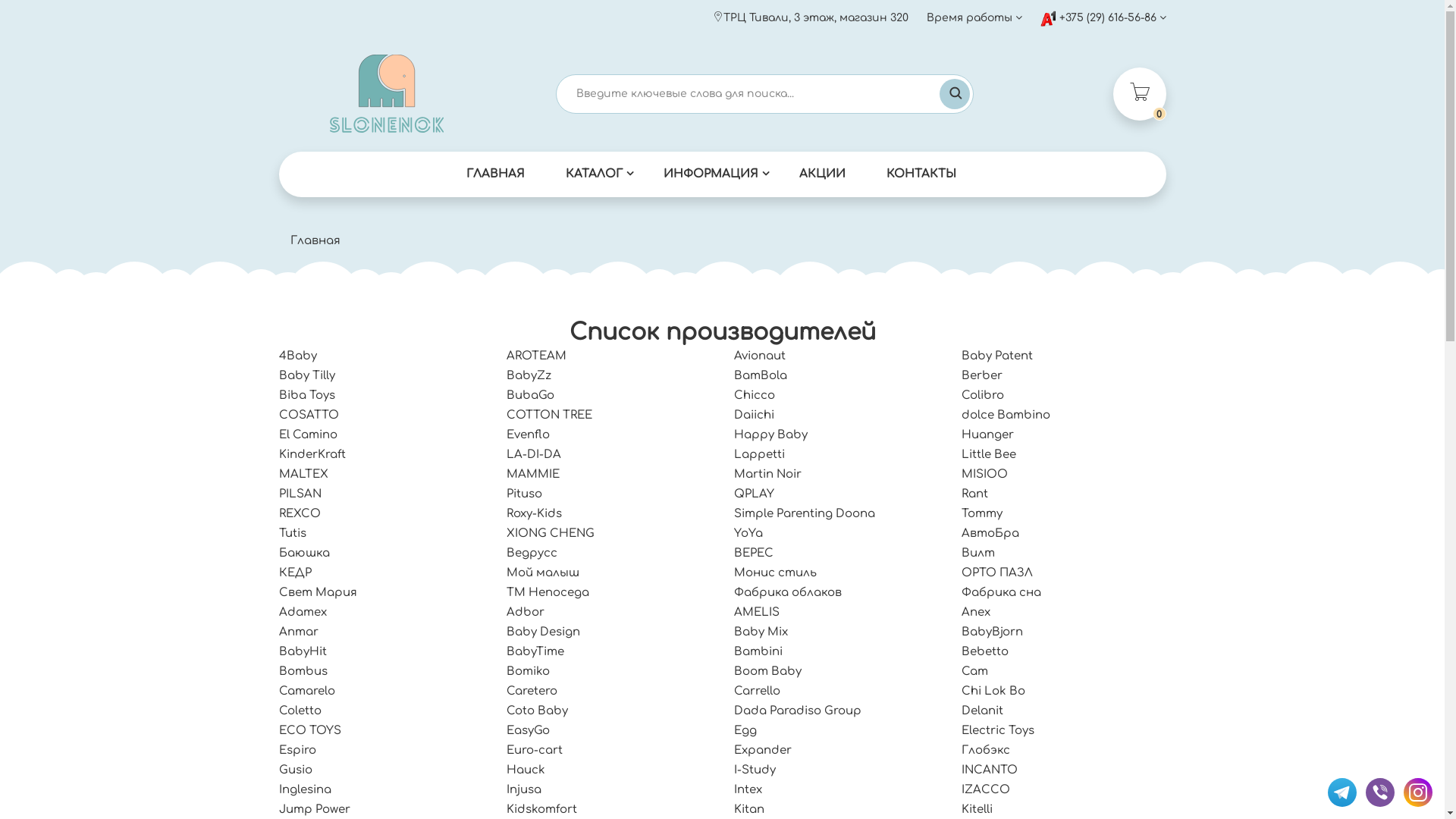  Describe the element at coordinates (506, 632) in the screenshot. I see `'Baby Design'` at that location.